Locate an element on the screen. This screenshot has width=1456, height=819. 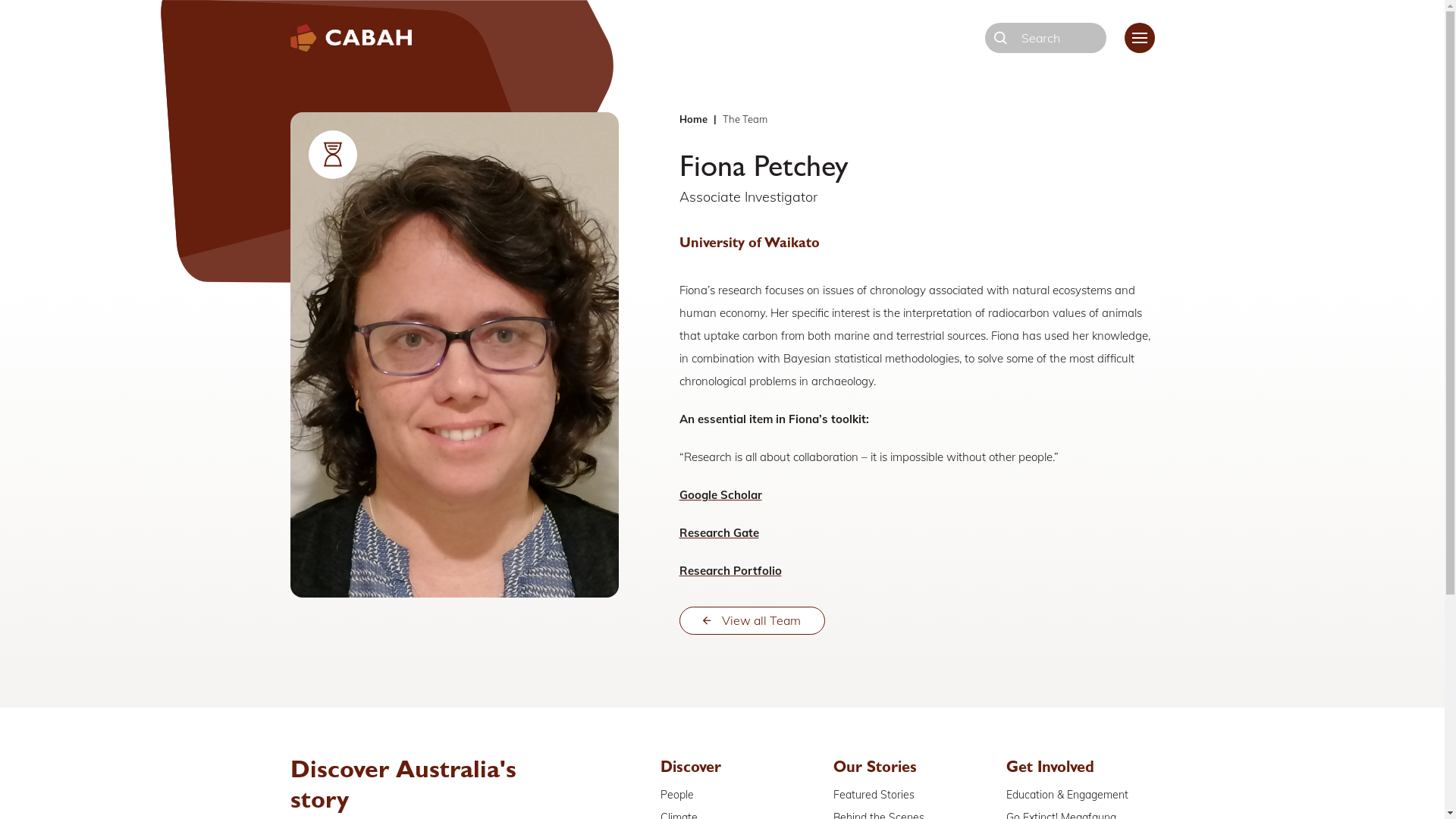
'Home' is located at coordinates (692, 118).